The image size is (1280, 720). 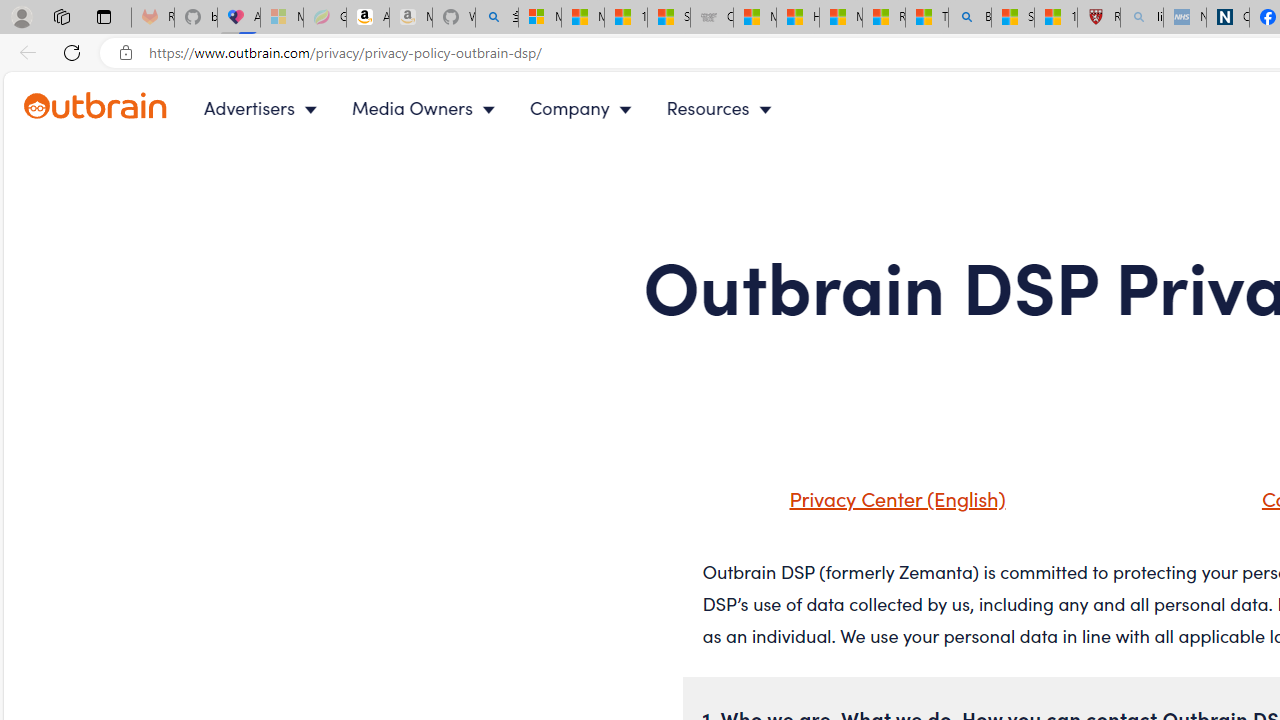 What do you see at coordinates (712, 17) in the screenshot?
I see `'Combat Siege'` at bounding box center [712, 17].